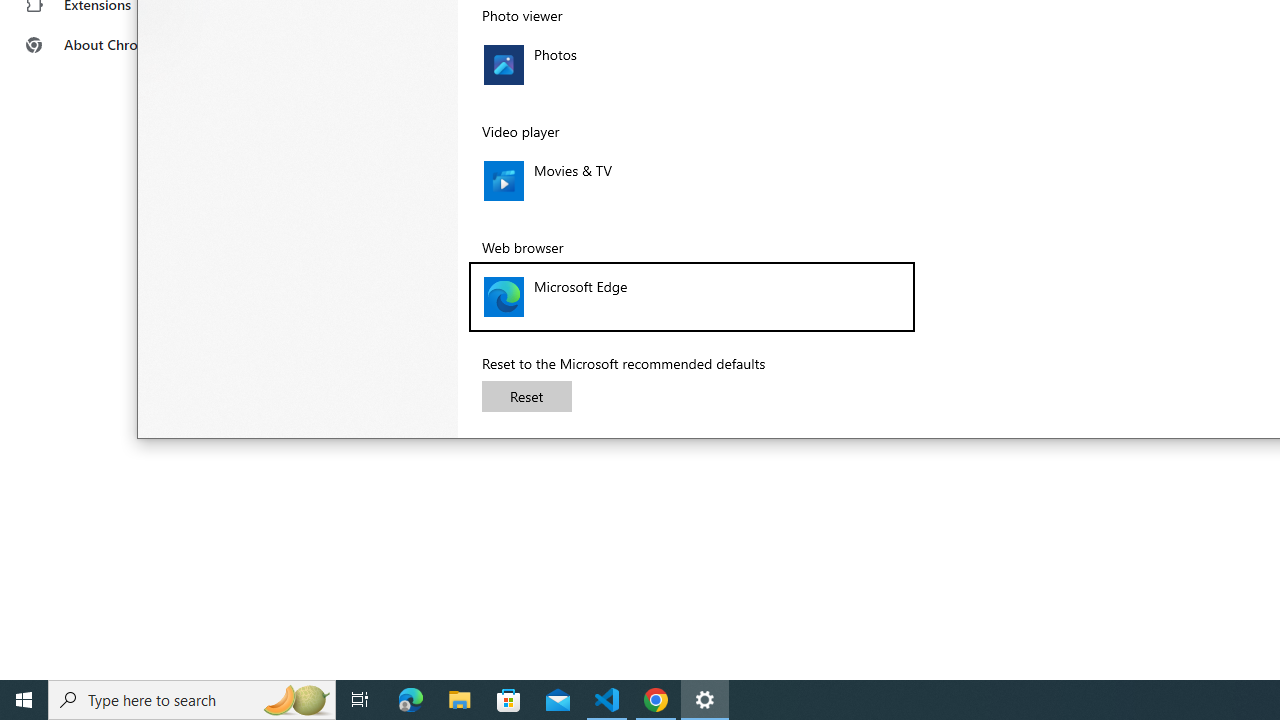 The height and width of the screenshot is (720, 1280). I want to click on 'Search highlights icon opens search home window', so click(294, 698).